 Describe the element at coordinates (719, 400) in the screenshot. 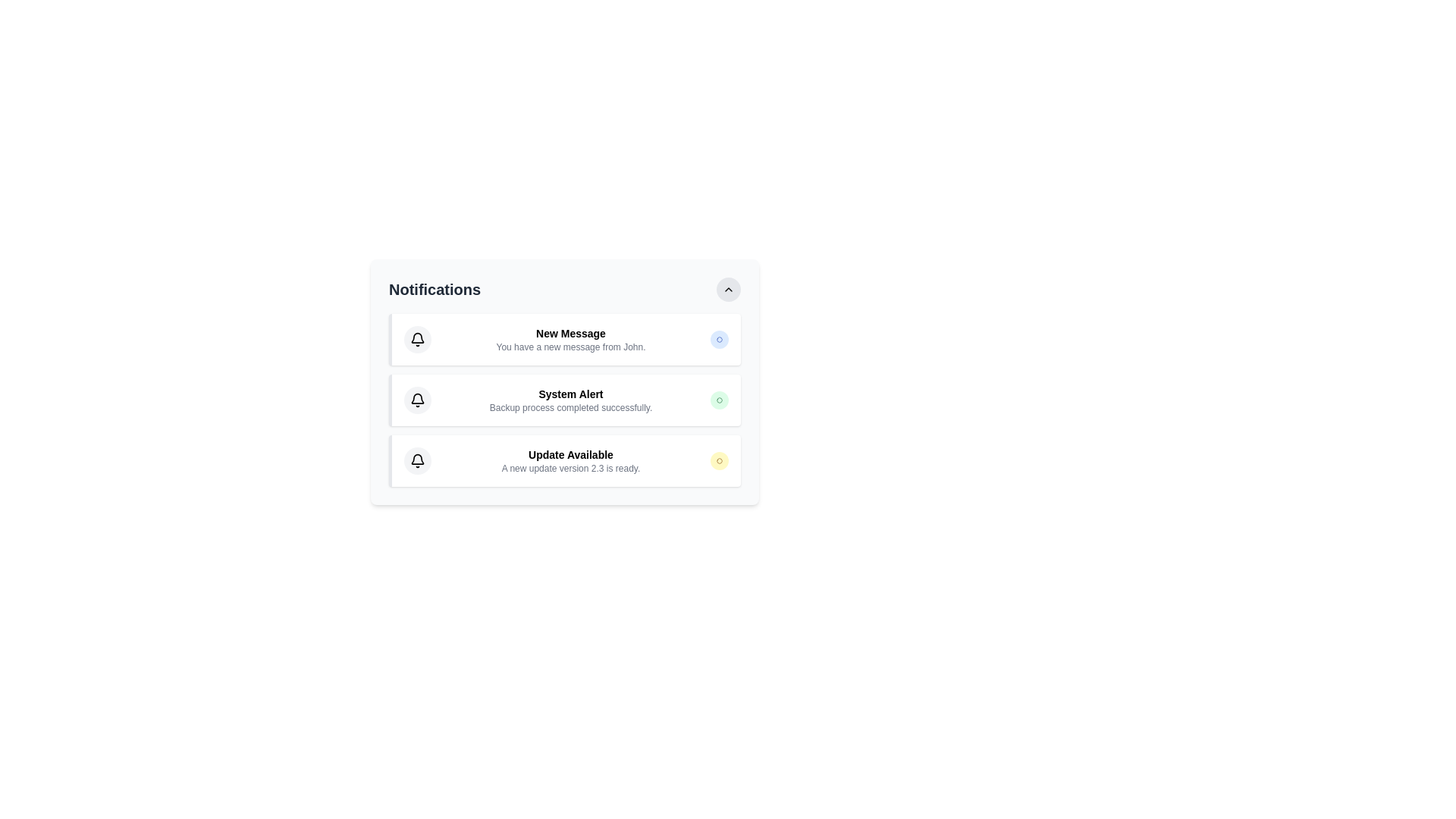

I see `the Status badge indicating a 'success' status, located to the right of the text 'Backup process completed successfully' in the 'System Alert' notification card` at that location.